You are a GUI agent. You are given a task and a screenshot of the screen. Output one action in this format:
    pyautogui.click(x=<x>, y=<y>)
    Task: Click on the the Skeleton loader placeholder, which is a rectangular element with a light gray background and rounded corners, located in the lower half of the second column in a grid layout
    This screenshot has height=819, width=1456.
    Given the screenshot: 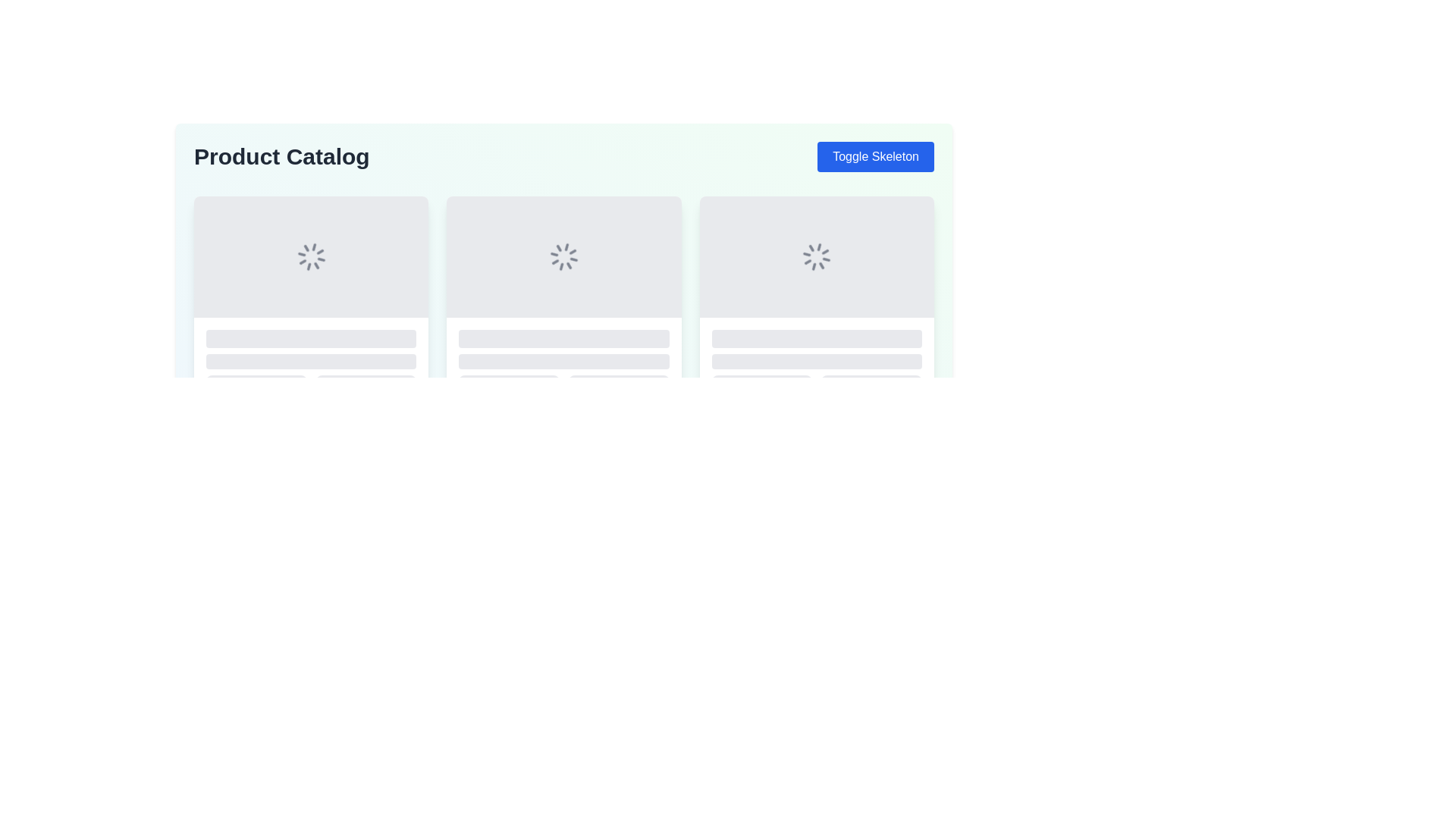 What is the action you would take?
    pyautogui.click(x=366, y=380)
    